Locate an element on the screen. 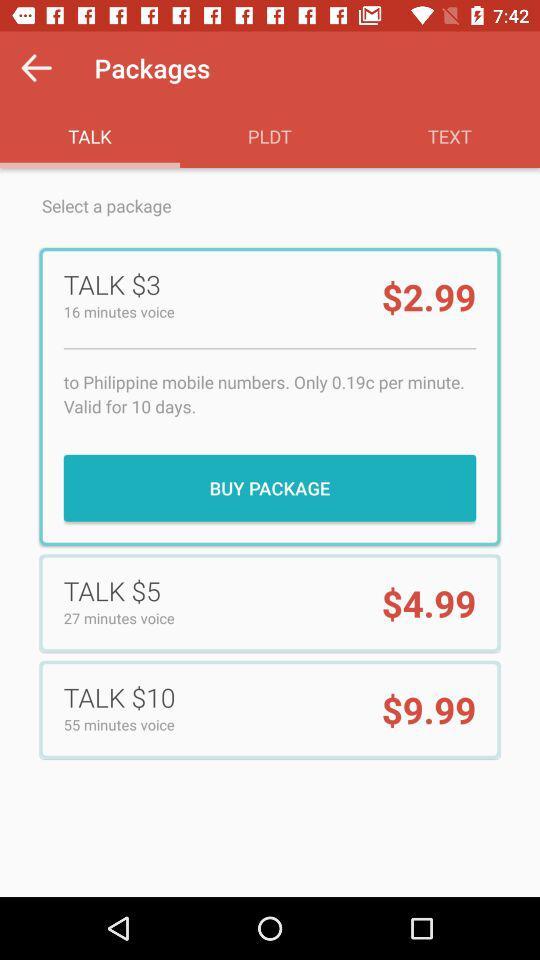  icon next to the packages icon is located at coordinates (36, 68).